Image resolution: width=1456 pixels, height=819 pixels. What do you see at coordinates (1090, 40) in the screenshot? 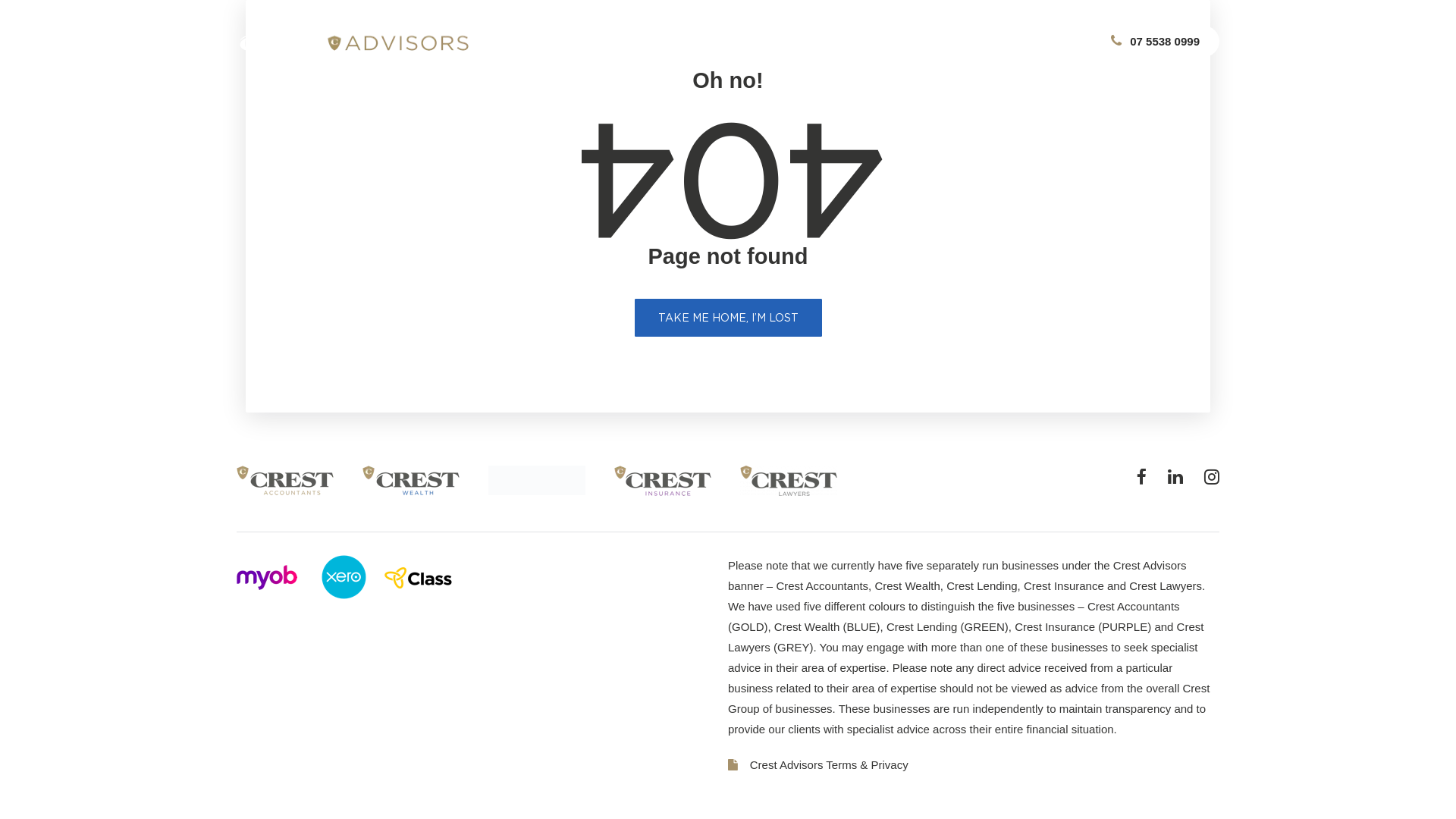
I see `'07 5538 0999'` at bounding box center [1090, 40].